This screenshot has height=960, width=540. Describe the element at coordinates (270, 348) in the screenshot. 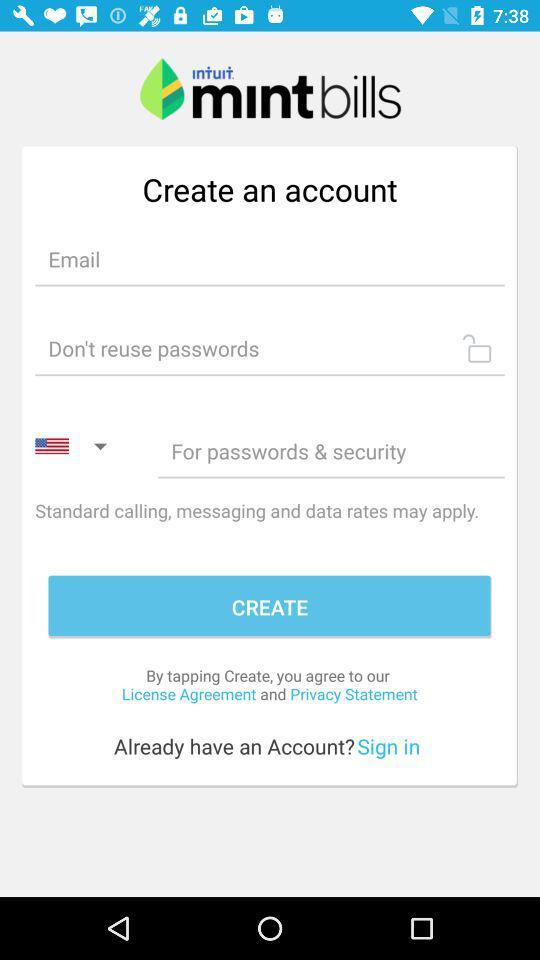

I see `password input section` at that location.